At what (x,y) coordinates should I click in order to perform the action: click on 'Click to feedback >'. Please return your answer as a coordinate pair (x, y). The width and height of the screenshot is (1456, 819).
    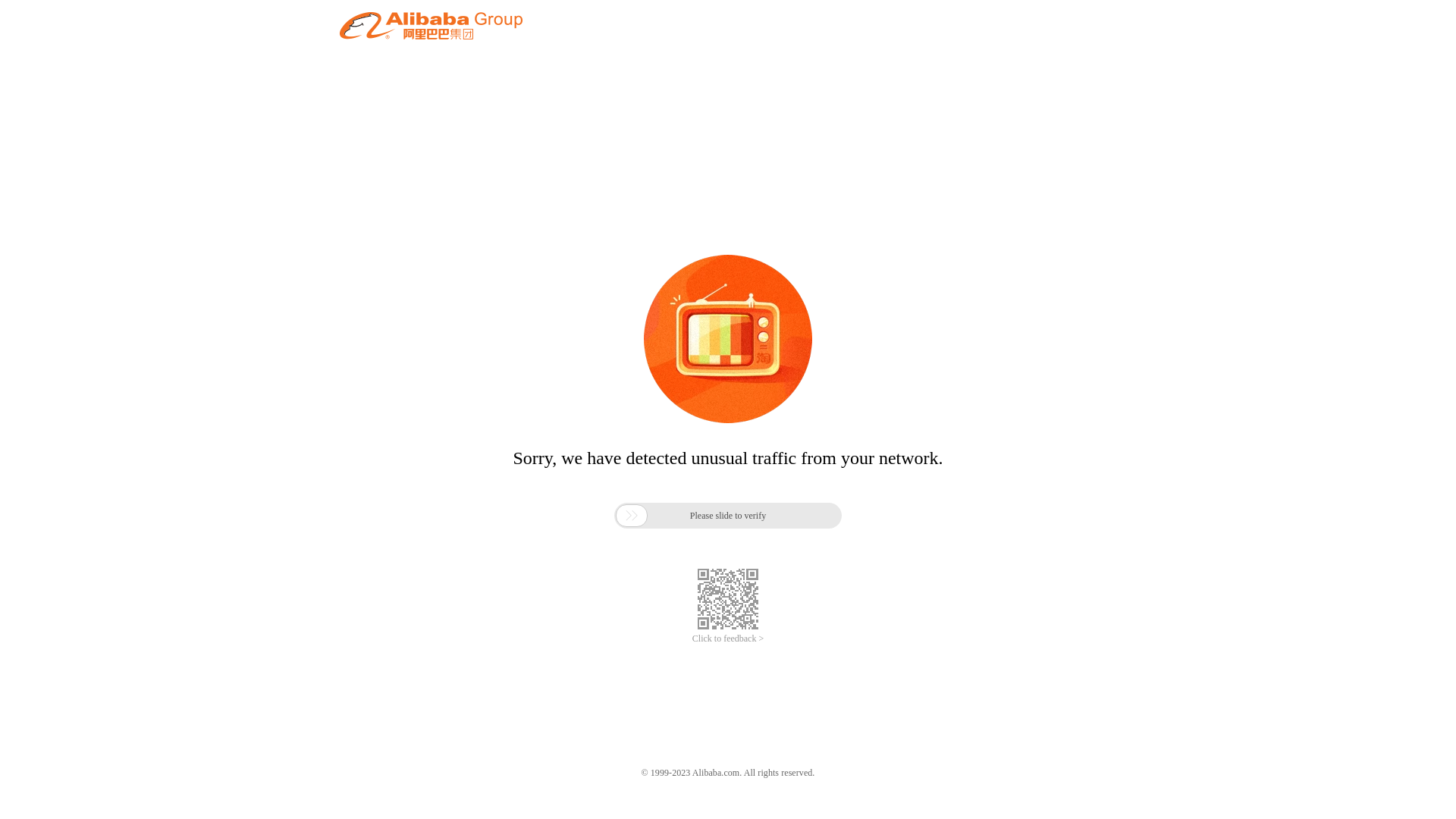
    Looking at the image, I should click on (691, 639).